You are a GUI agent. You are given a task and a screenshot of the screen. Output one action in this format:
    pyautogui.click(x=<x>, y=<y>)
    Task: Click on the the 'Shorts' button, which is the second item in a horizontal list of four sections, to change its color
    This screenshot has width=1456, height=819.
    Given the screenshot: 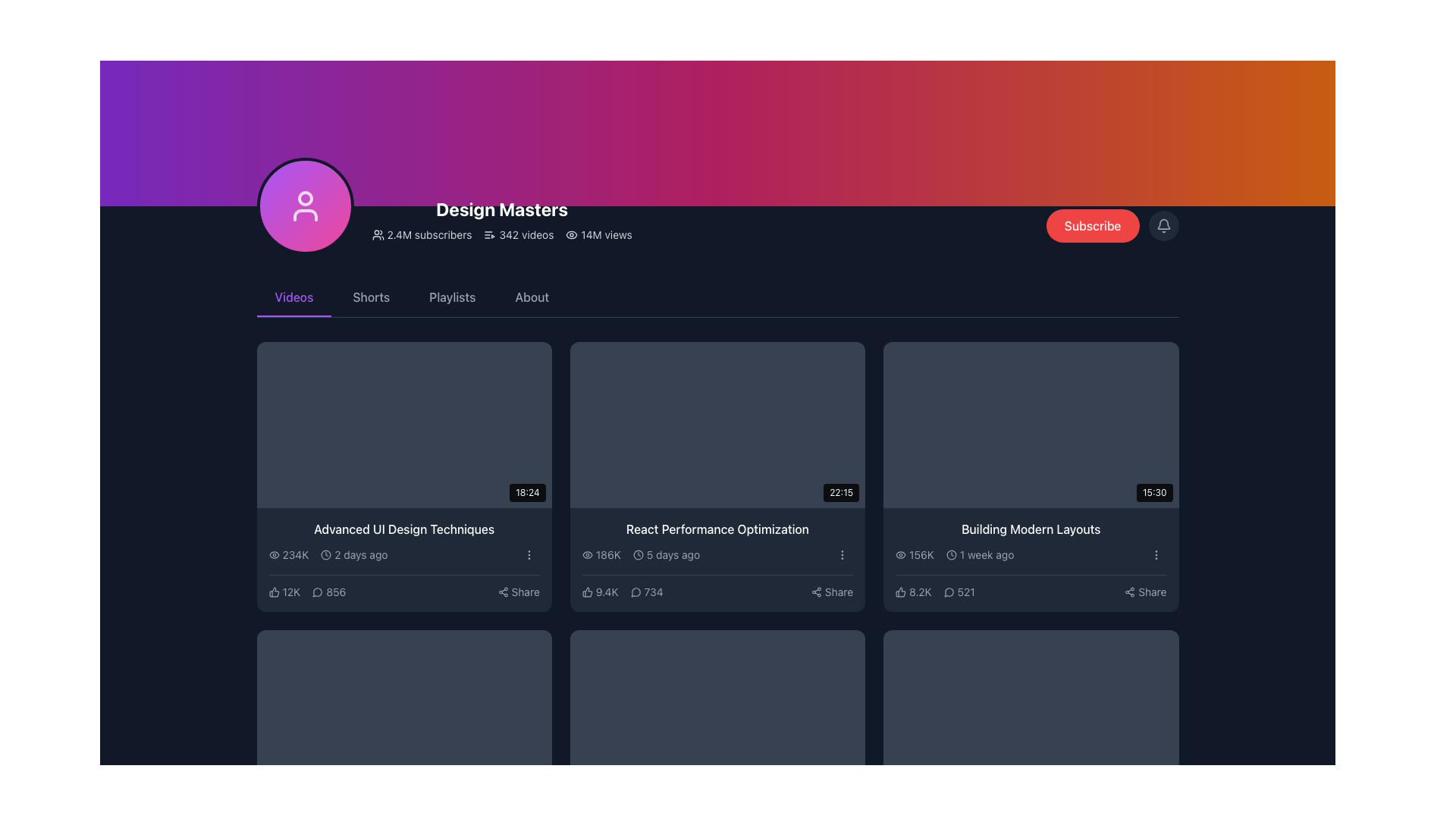 What is the action you would take?
    pyautogui.click(x=371, y=298)
    